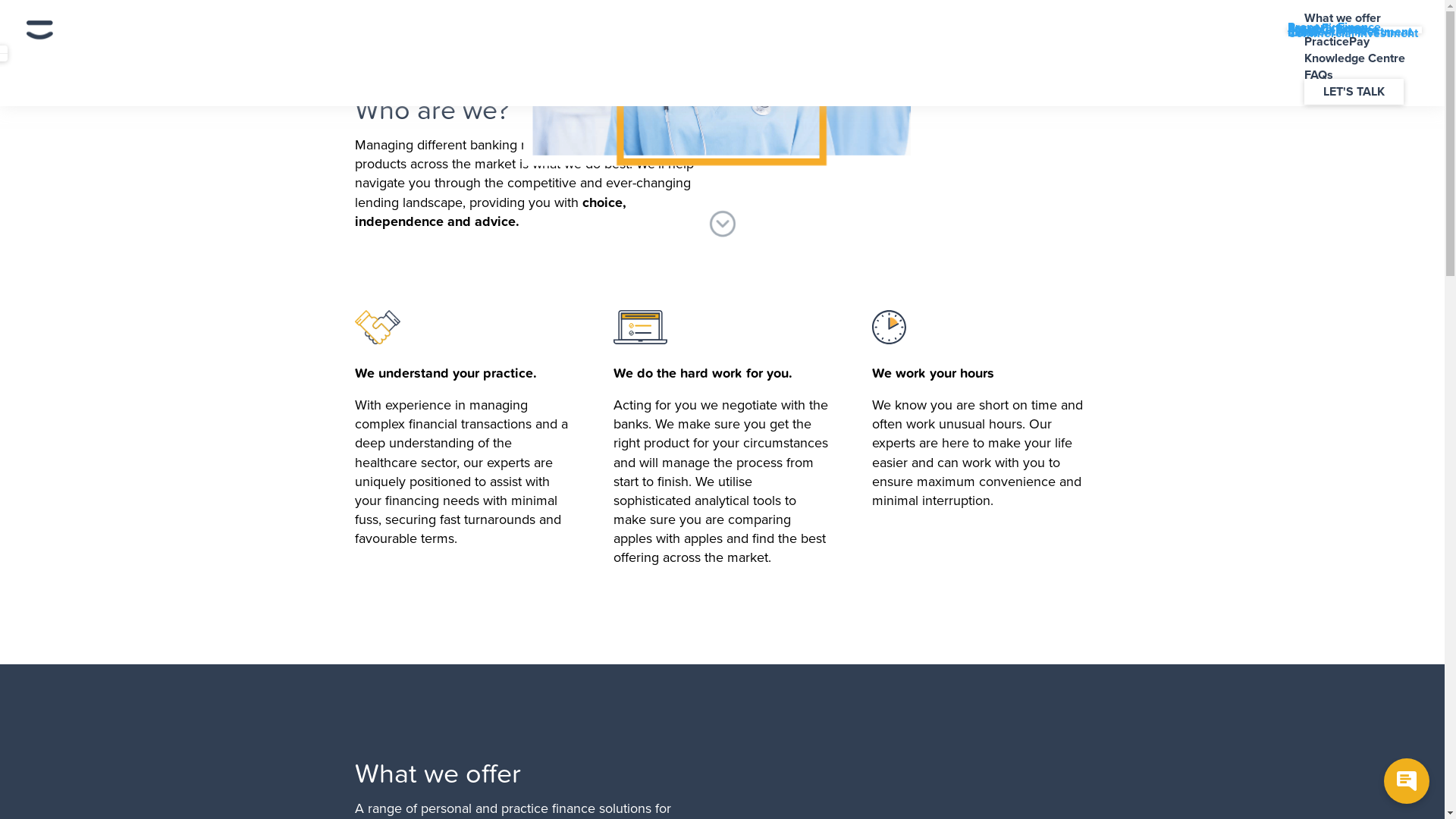 This screenshot has width=1456, height=819. What do you see at coordinates (1325, 28) in the screenshot?
I see `'Asset Finance'` at bounding box center [1325, 28].